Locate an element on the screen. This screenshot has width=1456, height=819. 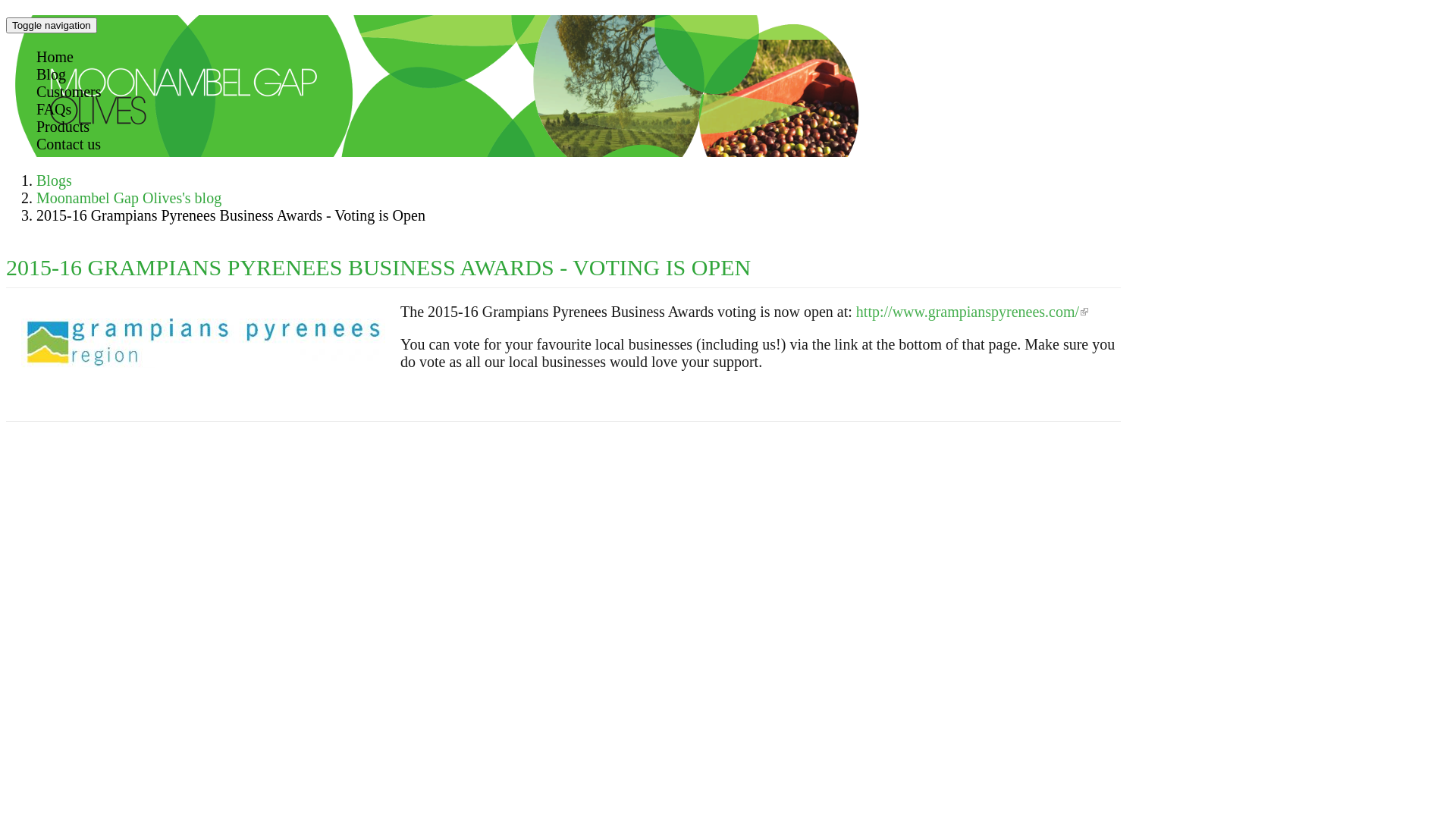
'Moonambel Gap Olives's blog' is located at coordinates (128, 197).